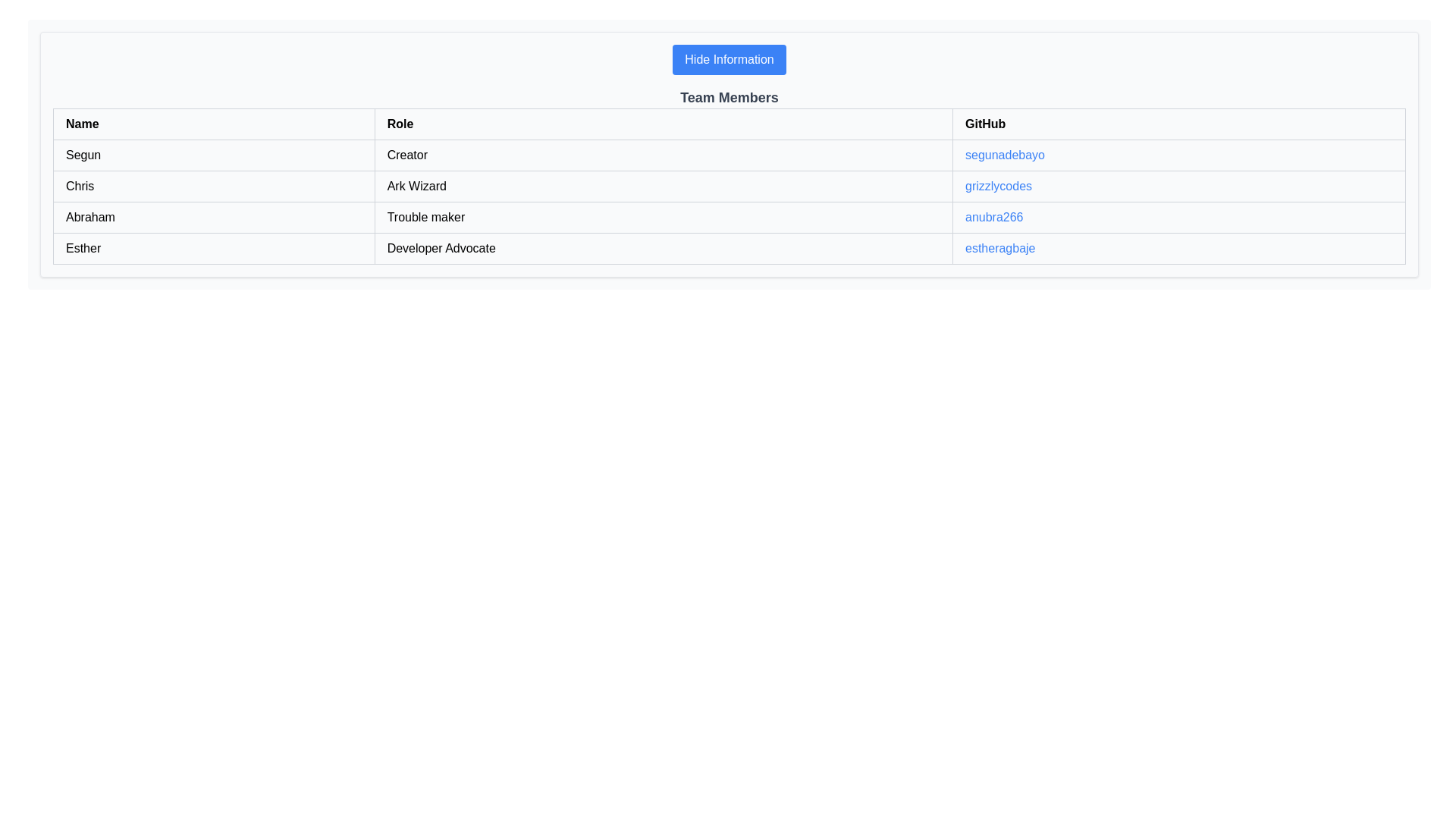  I want to click on the third row in the table that contains the name 'Abraham', role 'Trouble maker', and GitHub username 'anubra266', so click(729, 217).